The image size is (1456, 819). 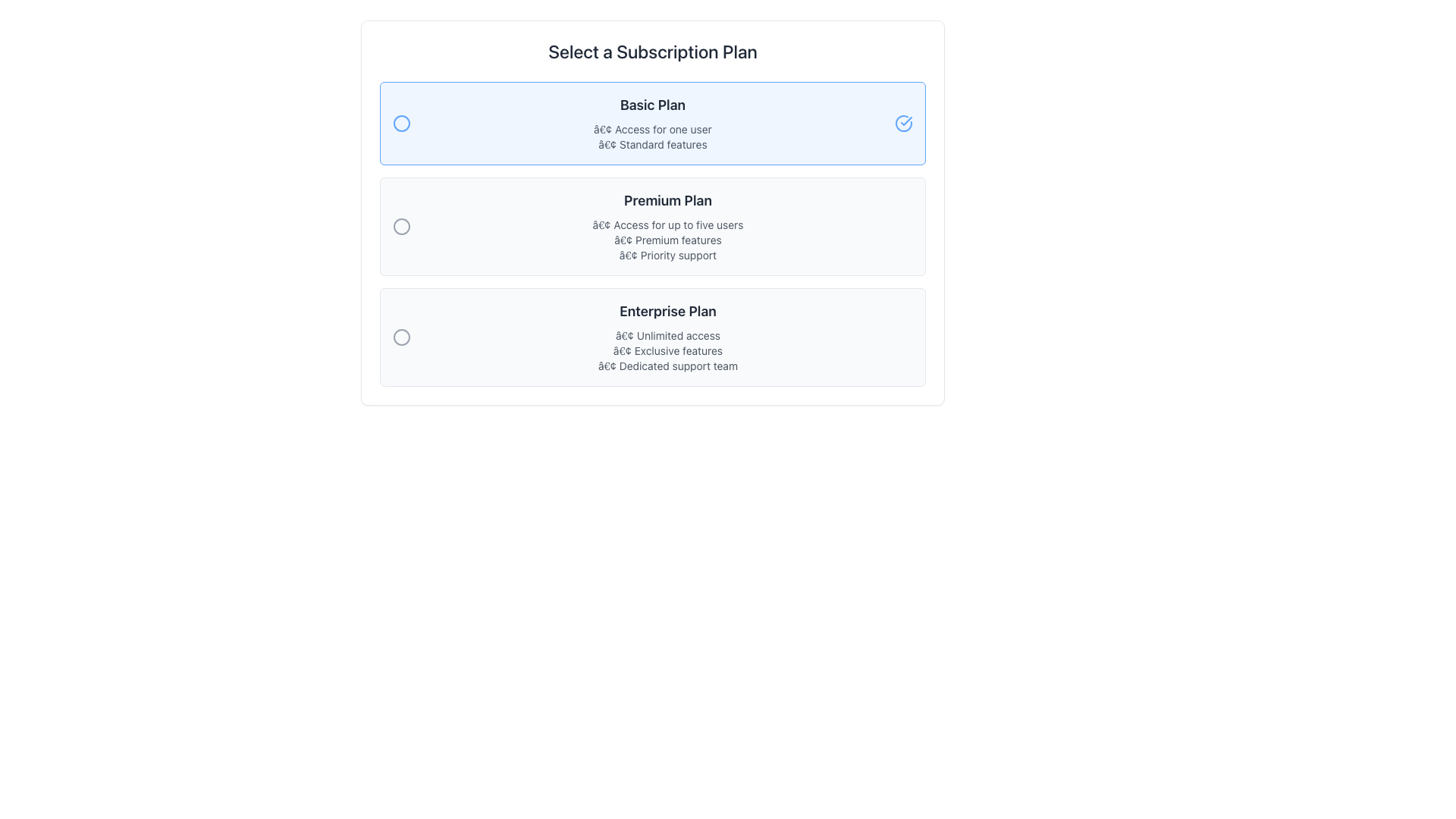 I want to click on the graphical representation circle element indicating the selected state of the Basic Plan subscription, so click(x=401, y=122).